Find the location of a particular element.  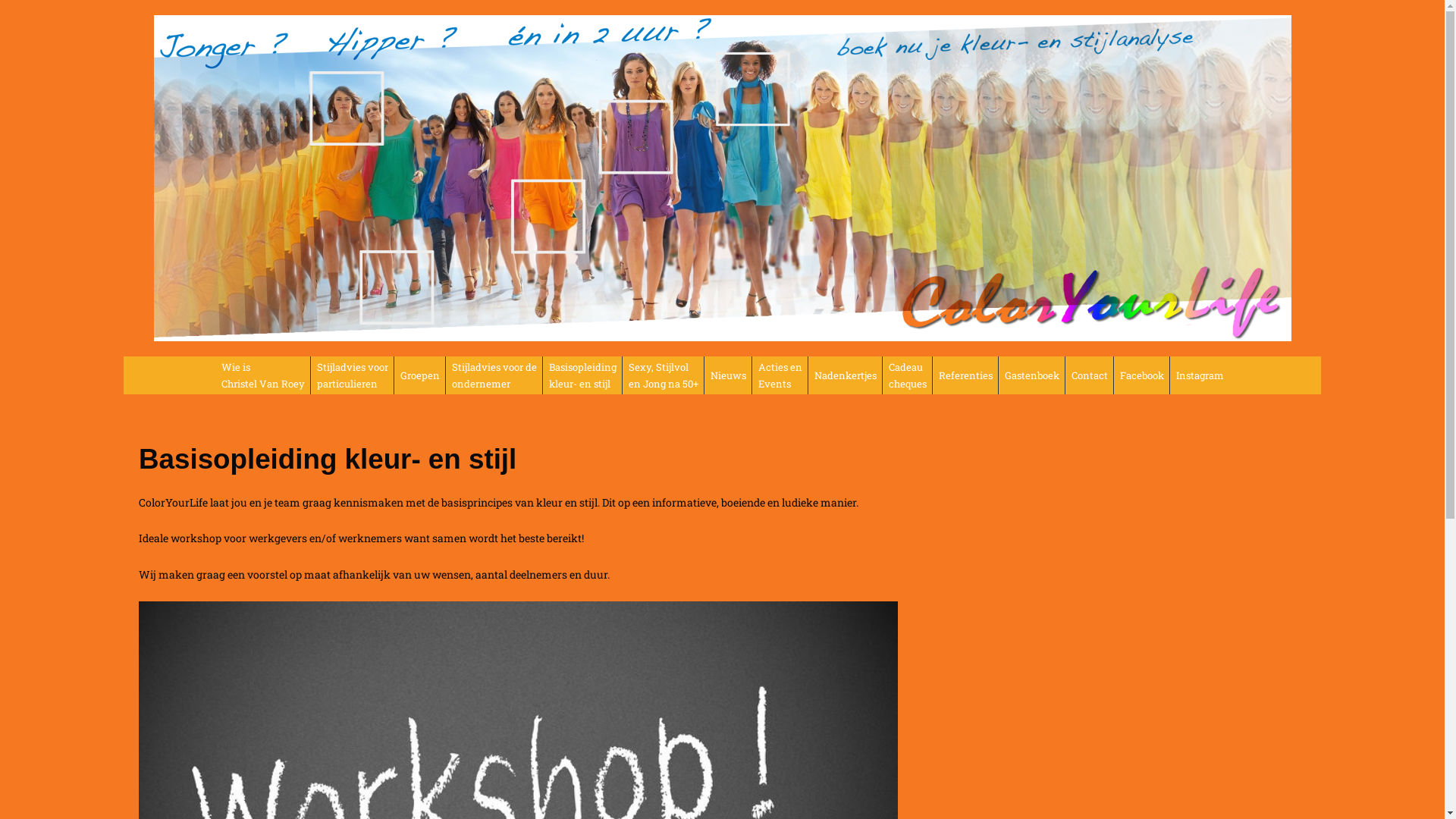

'Groepen' is located at coordinates (419, 375).